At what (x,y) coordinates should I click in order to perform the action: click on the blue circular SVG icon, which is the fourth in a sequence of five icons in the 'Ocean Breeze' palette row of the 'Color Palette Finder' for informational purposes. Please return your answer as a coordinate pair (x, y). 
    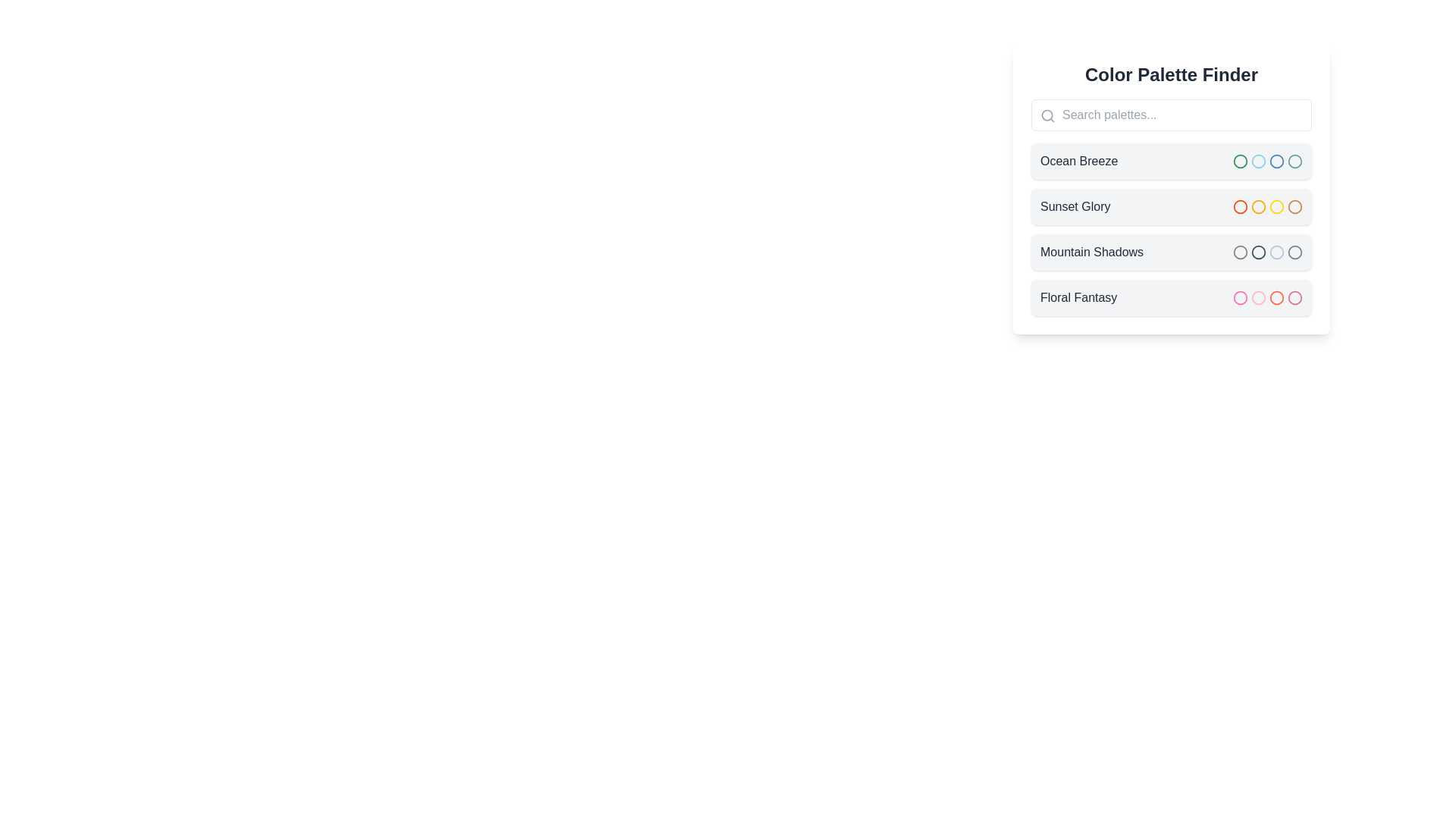
    Looking at the image, I should click on (1276, 161).